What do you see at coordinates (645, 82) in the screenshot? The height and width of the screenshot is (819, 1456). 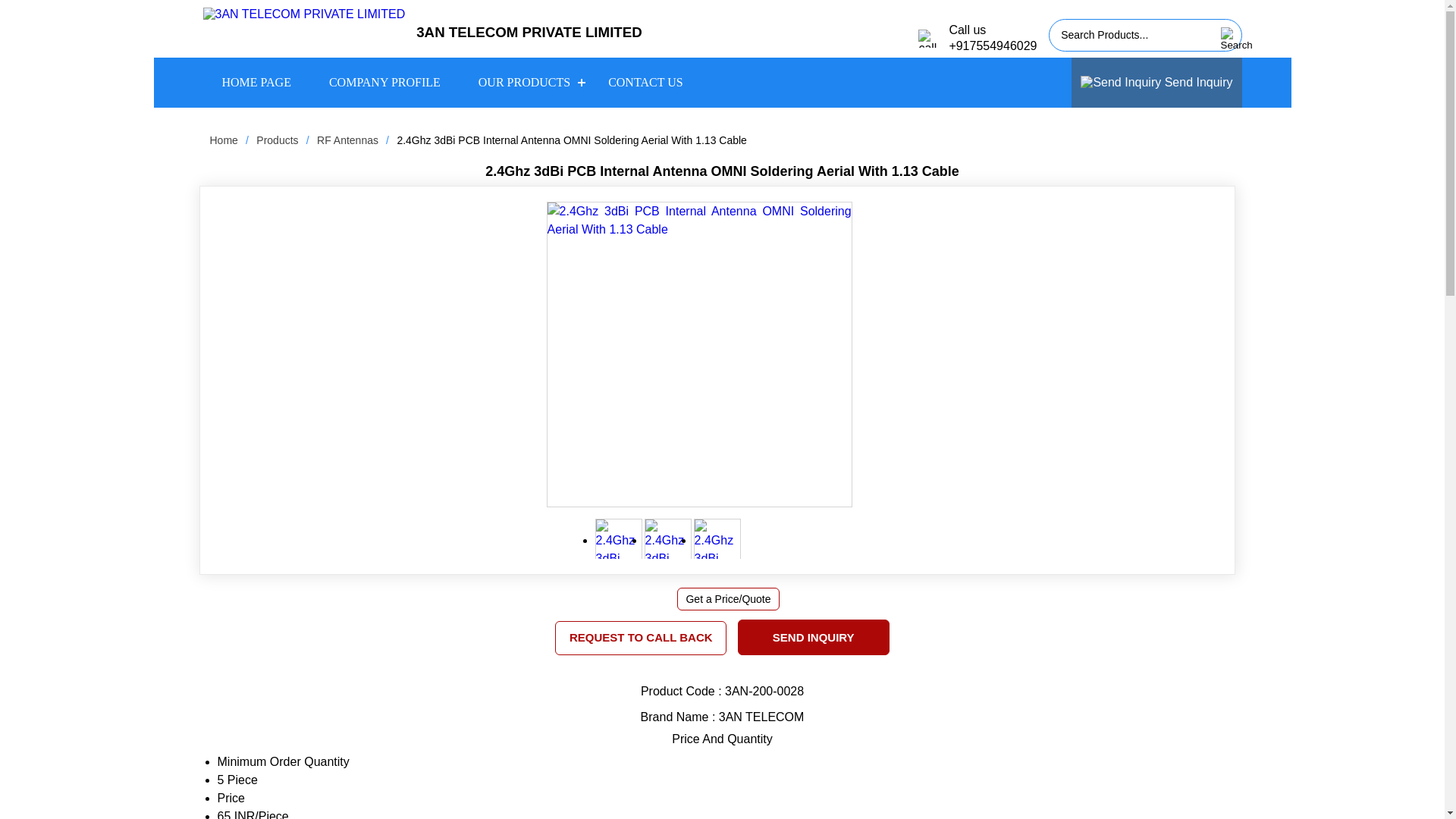 I see `'CONTACT US'` at bounding box center [645, 82].